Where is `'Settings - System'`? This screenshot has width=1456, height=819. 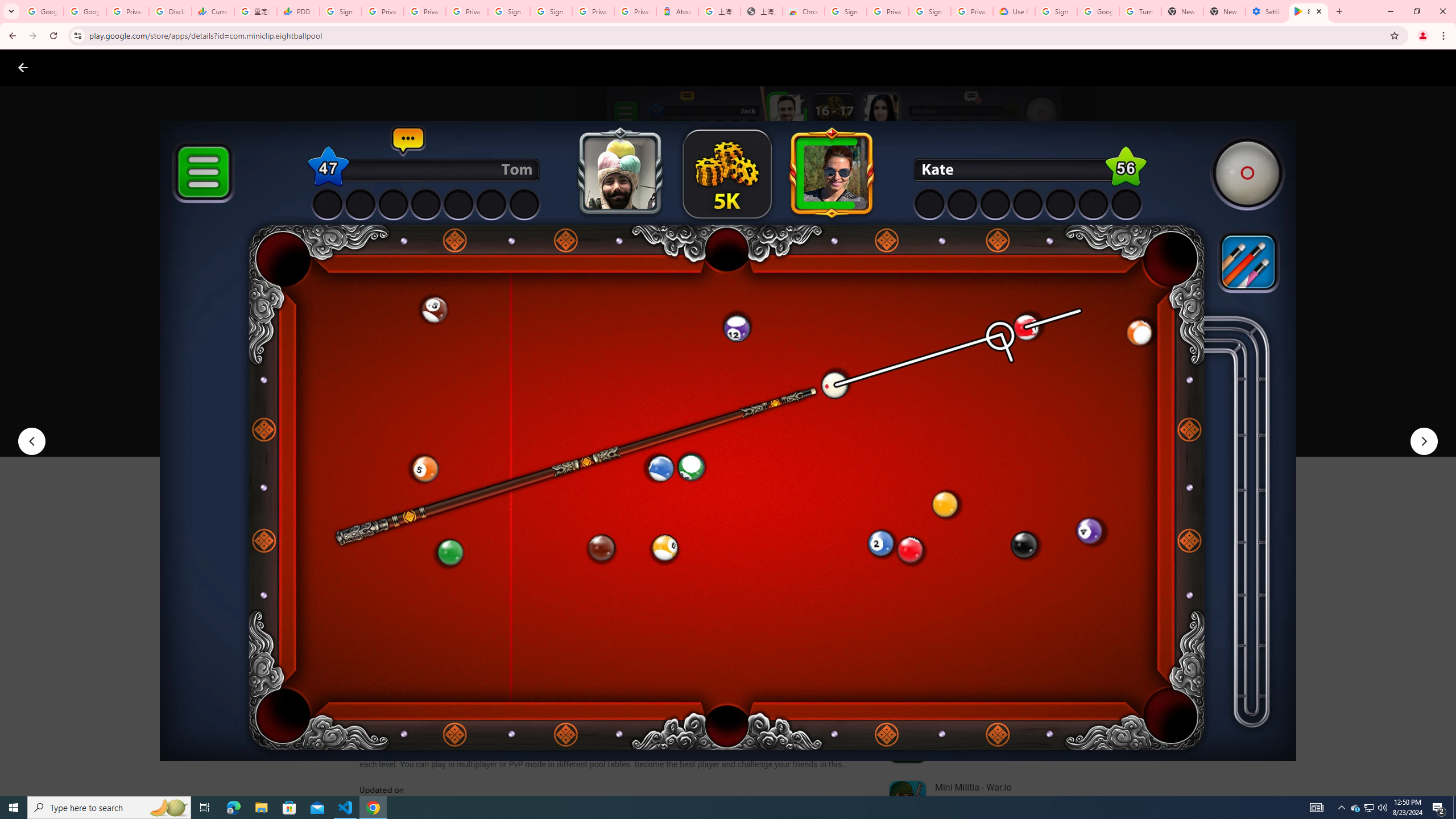
'Settings - System' is located at coordinates (1266, 11).